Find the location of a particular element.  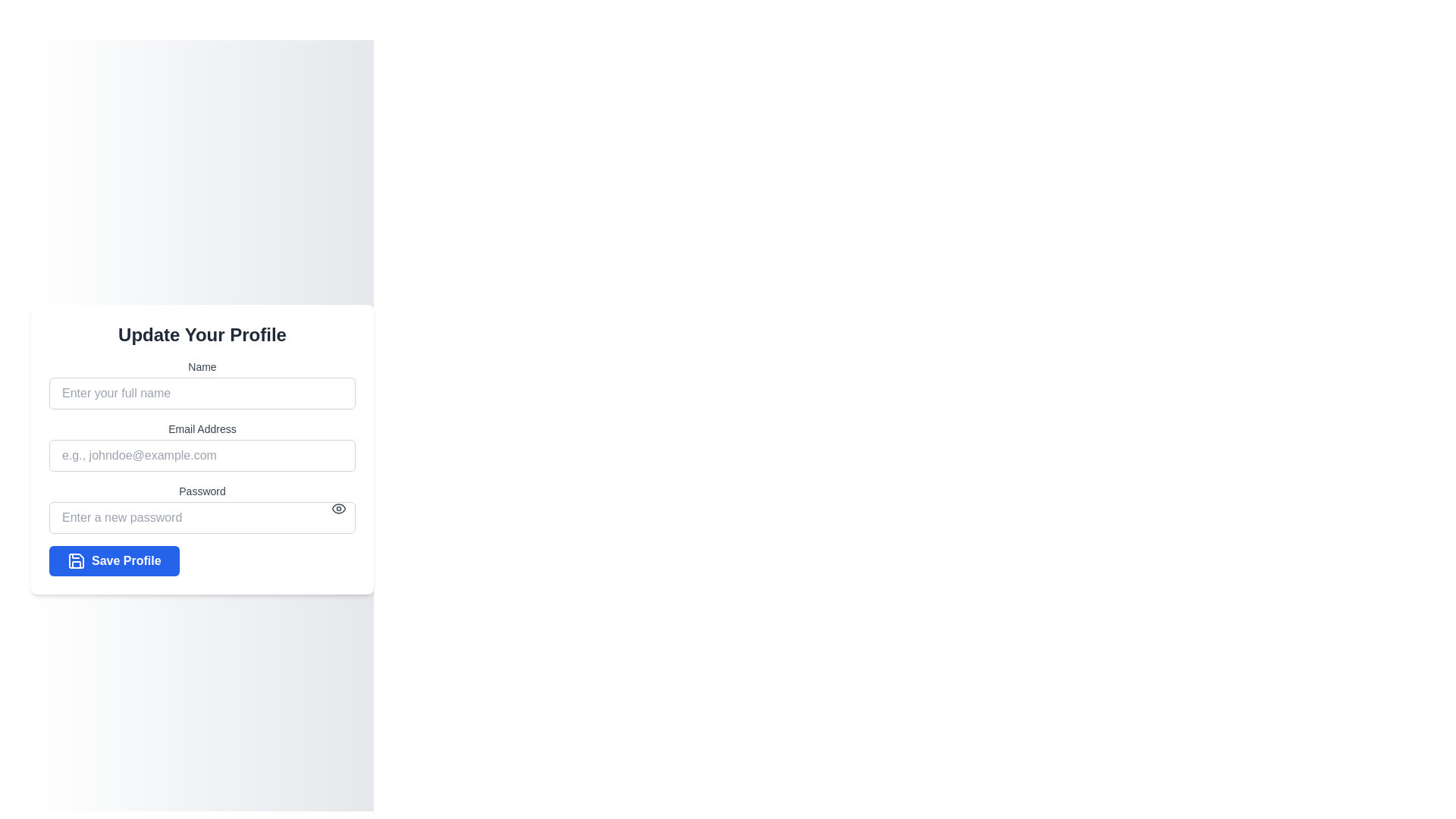

the save profile icon located at the leftmost part of the 'Save Profile' button in the 'Update Your Profile' form is located at coordinates (75, 561).